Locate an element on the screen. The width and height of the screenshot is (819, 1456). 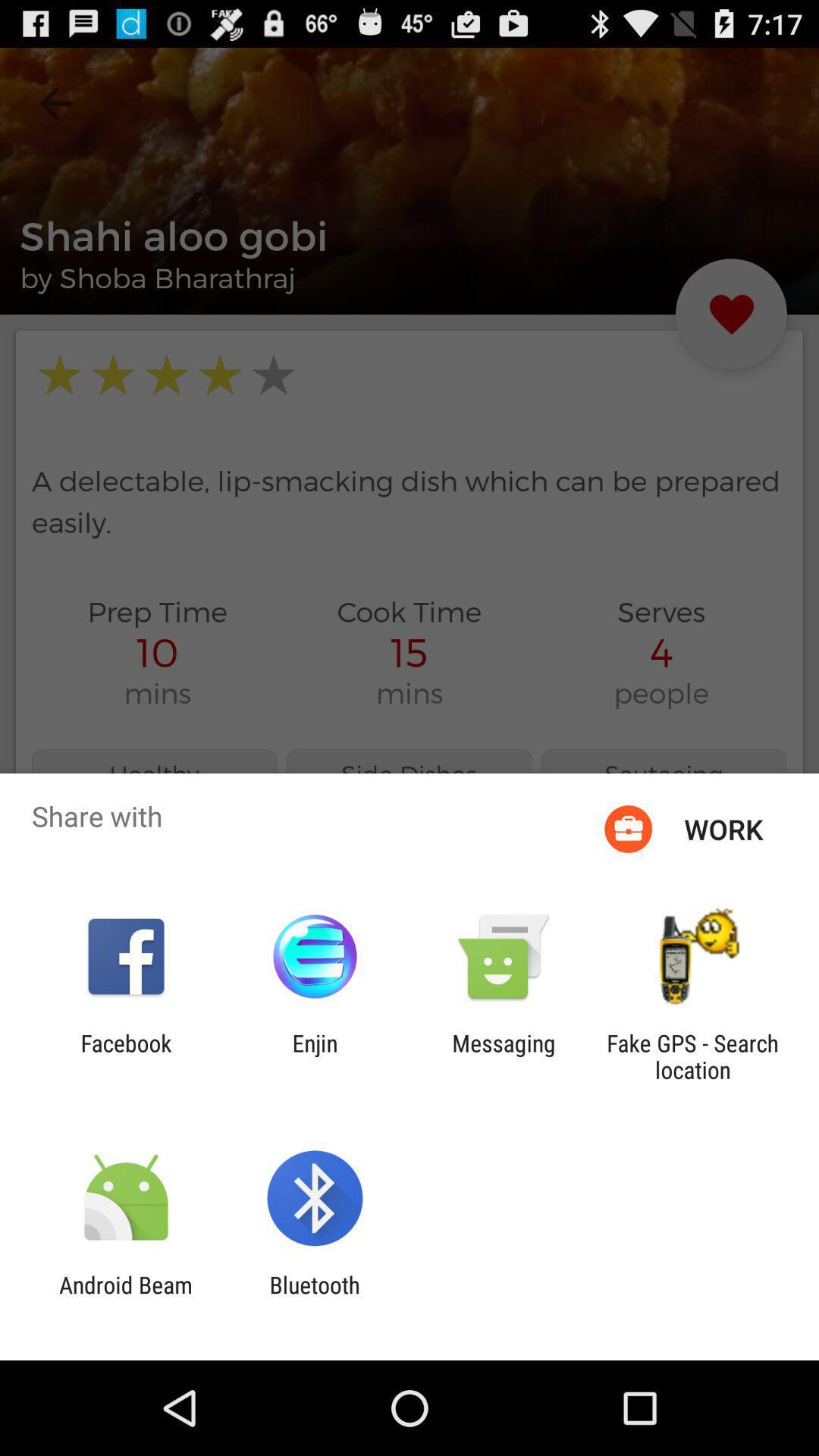
the item to the left of enjin icon is located at coordinates (125, 1056).